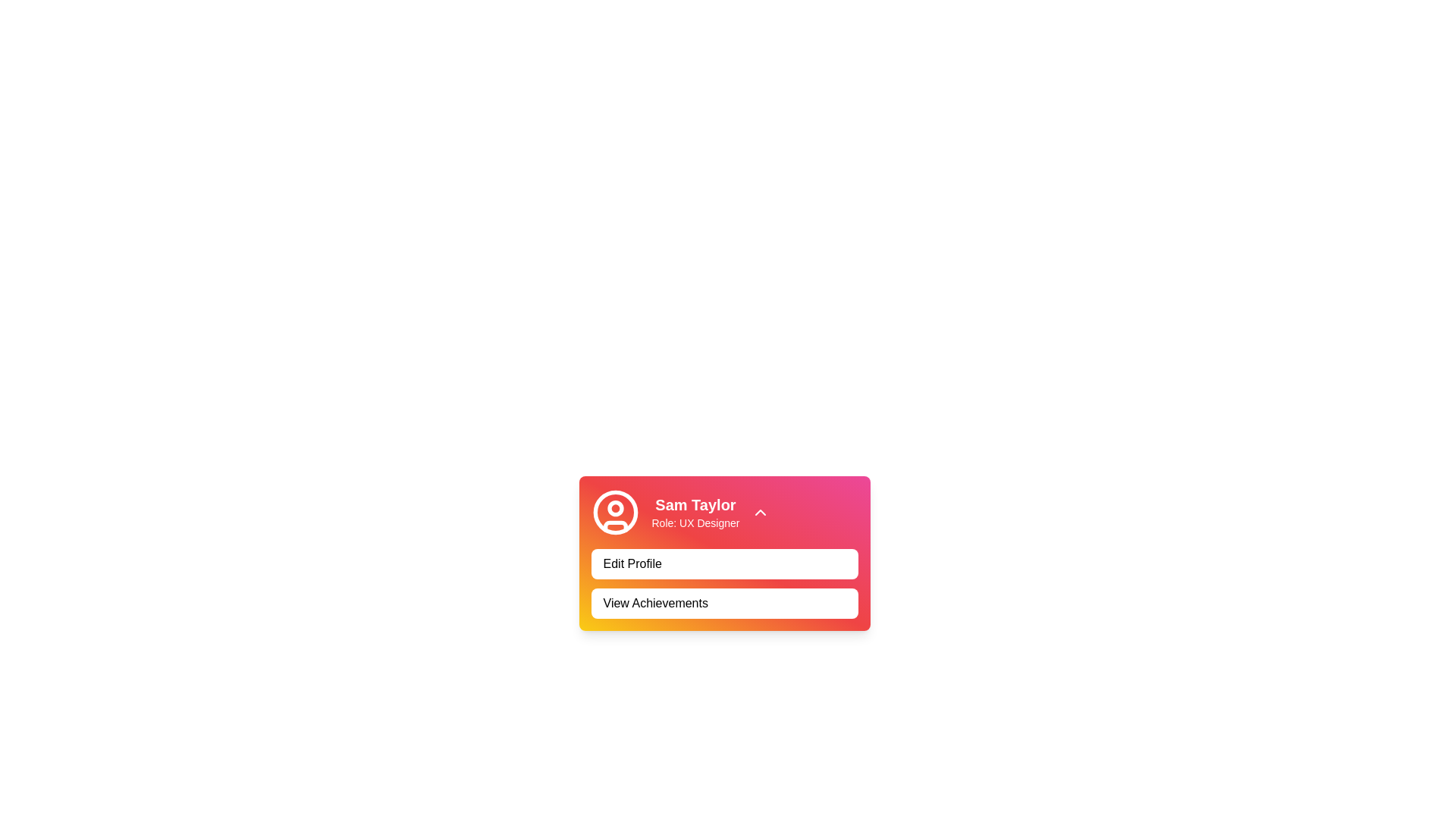 The width and height of the screenshot is (1456, 819). Describe the element at coordinates (695, 522) in the screenshot. I see `the text label that reads 'Role: UX Designer', which is styled with a red background and white text, positioned below 'Sam Taylor' in the card's title section` at that location.